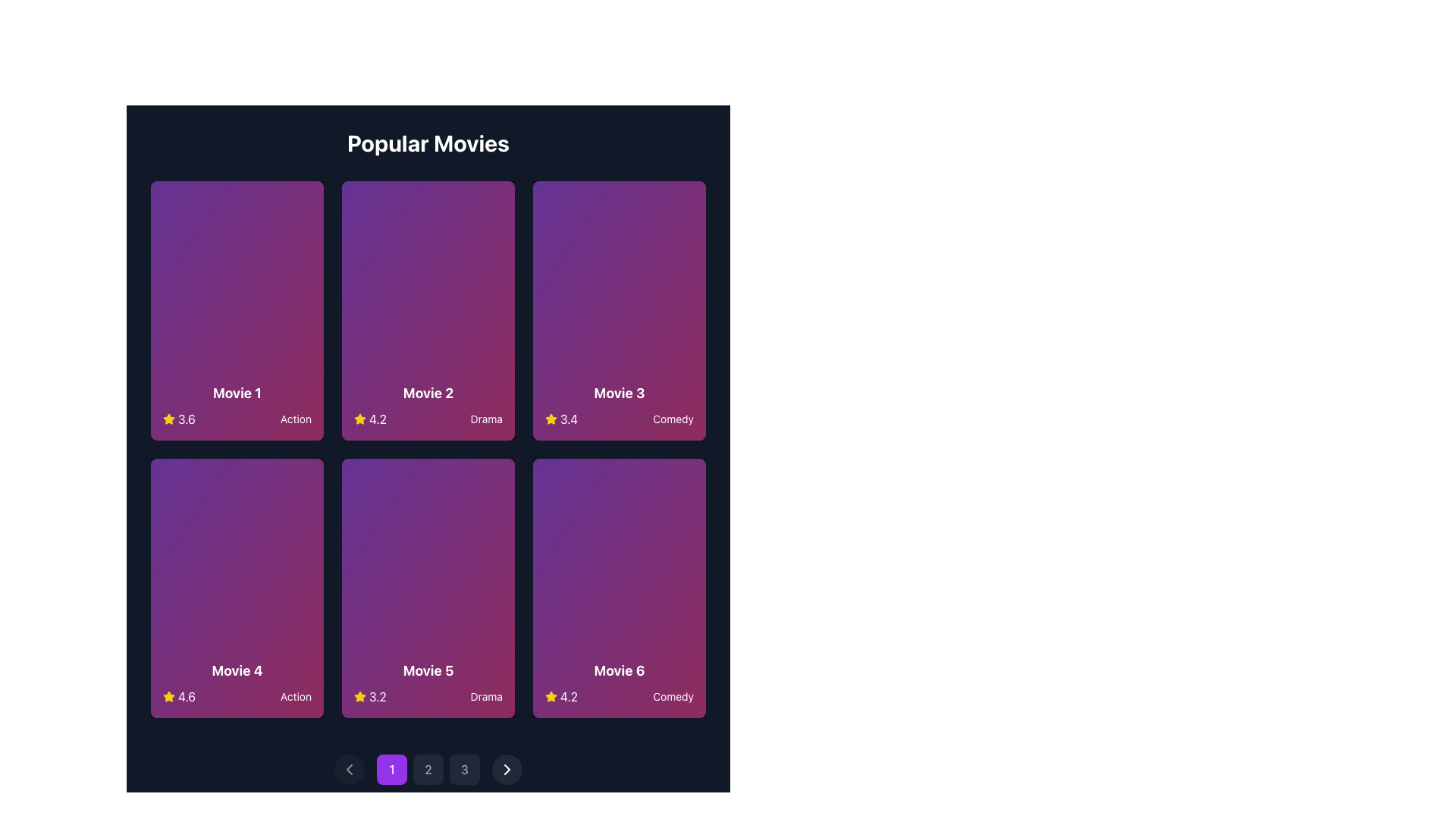 Image resolution: width=1456 pixels, height=819 pixels. I want to click on the movie card located in the bottom-right corner of the grid, so click(619, 587).